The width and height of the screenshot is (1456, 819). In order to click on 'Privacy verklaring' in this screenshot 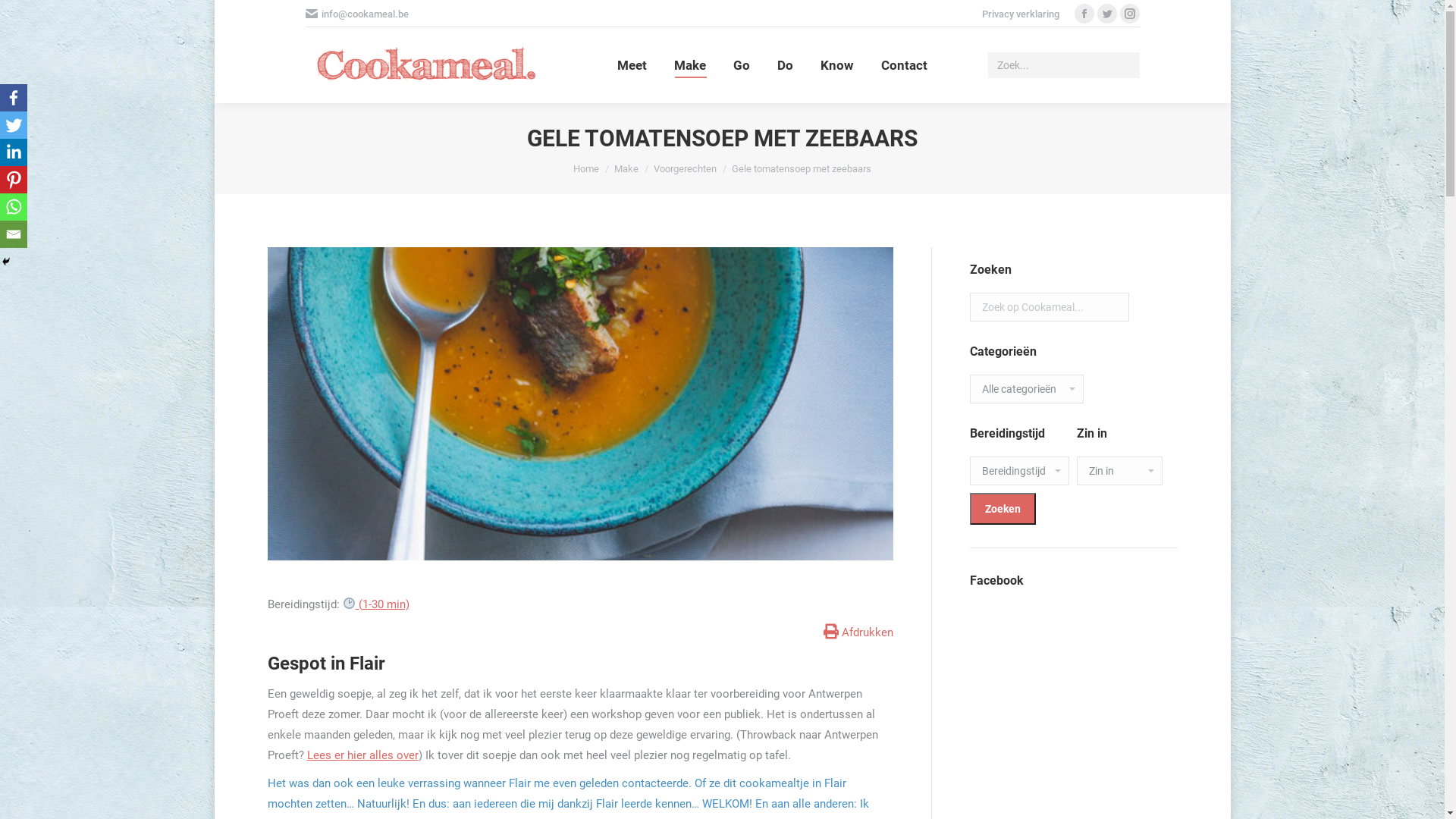, I will do `click(1019, 13)`.